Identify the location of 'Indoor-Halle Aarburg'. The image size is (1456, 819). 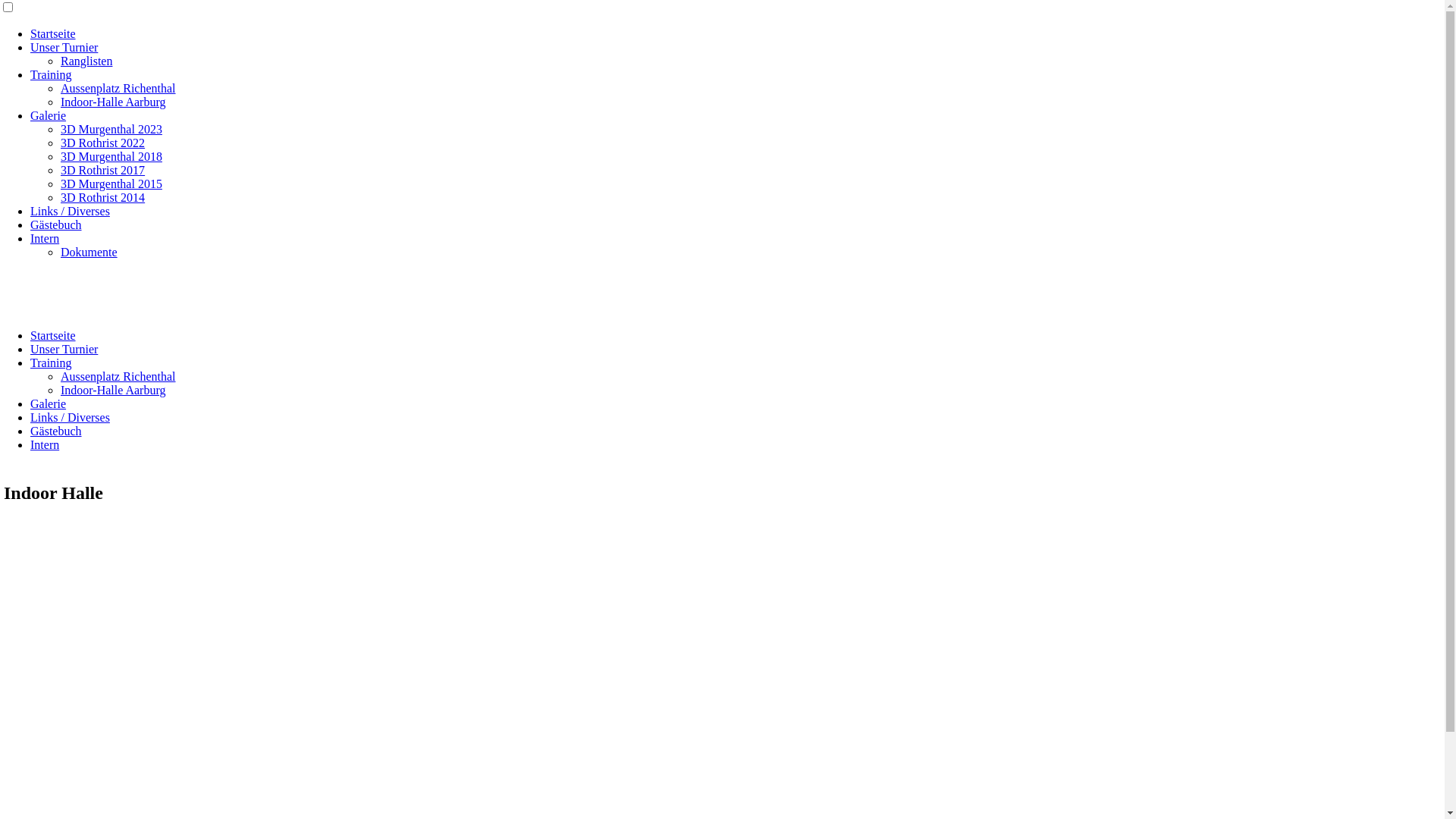
(111, 102).